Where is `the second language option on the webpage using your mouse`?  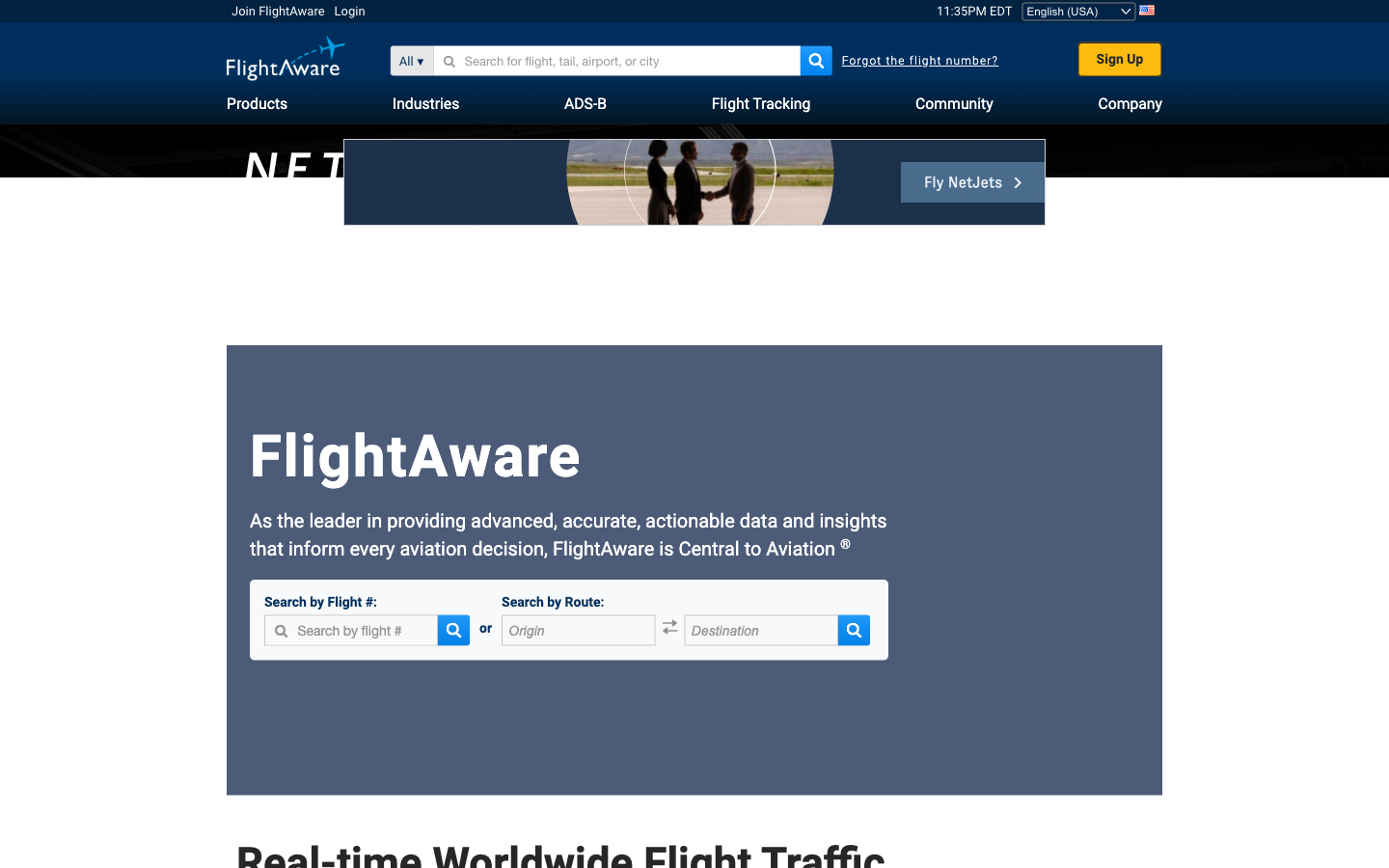
the second language option on the webpage using your mouse is located at coordinates (1078, 10).